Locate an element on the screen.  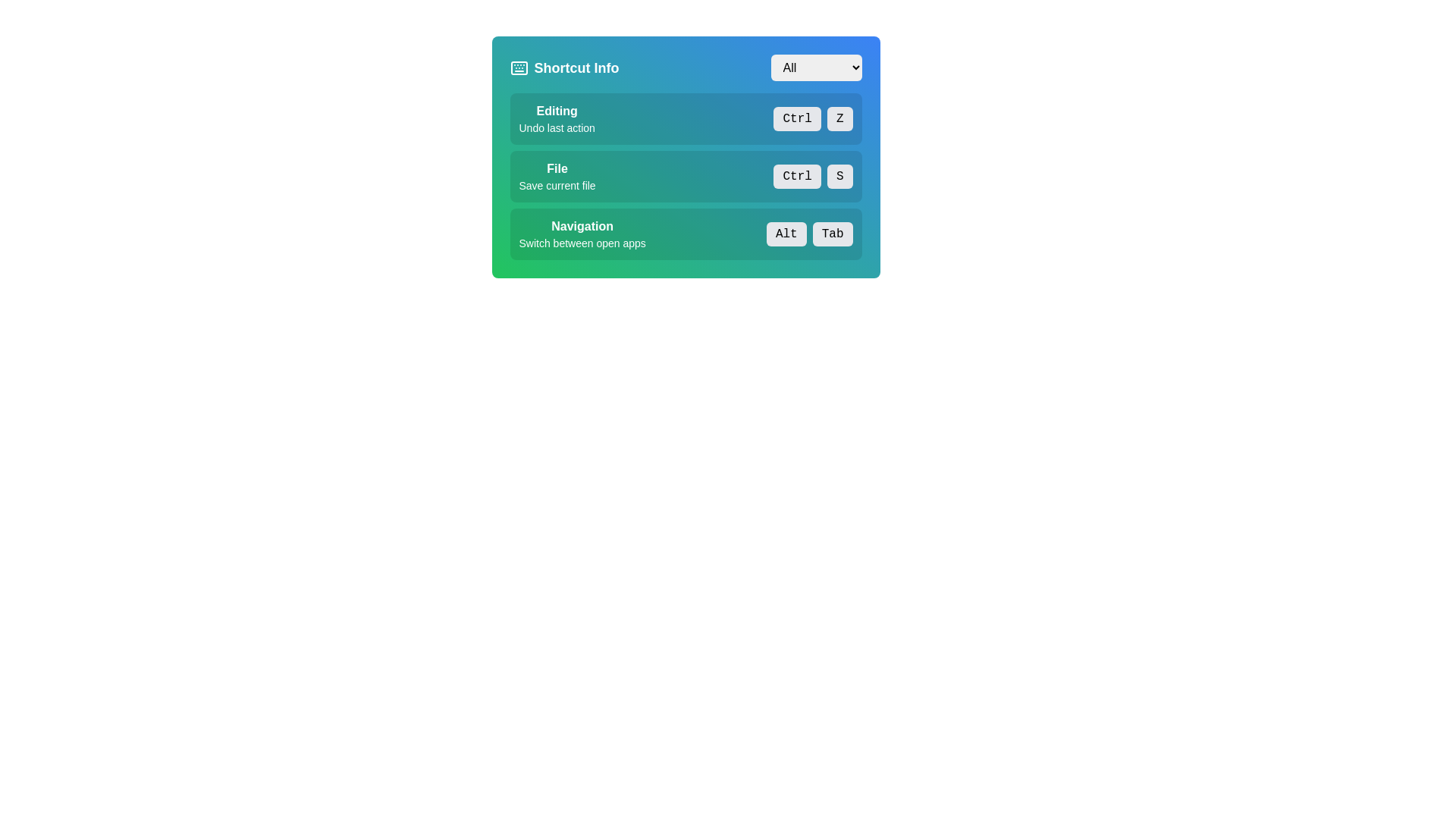
the Keyboard Shortcut Indicator which consists of the buttons labeled 'Ctrl' and 'Z', styled with a gray background and rounded corners, located to the right of 'Undo last action' and below the title 'Editing' is located at coordinates (812, 118).